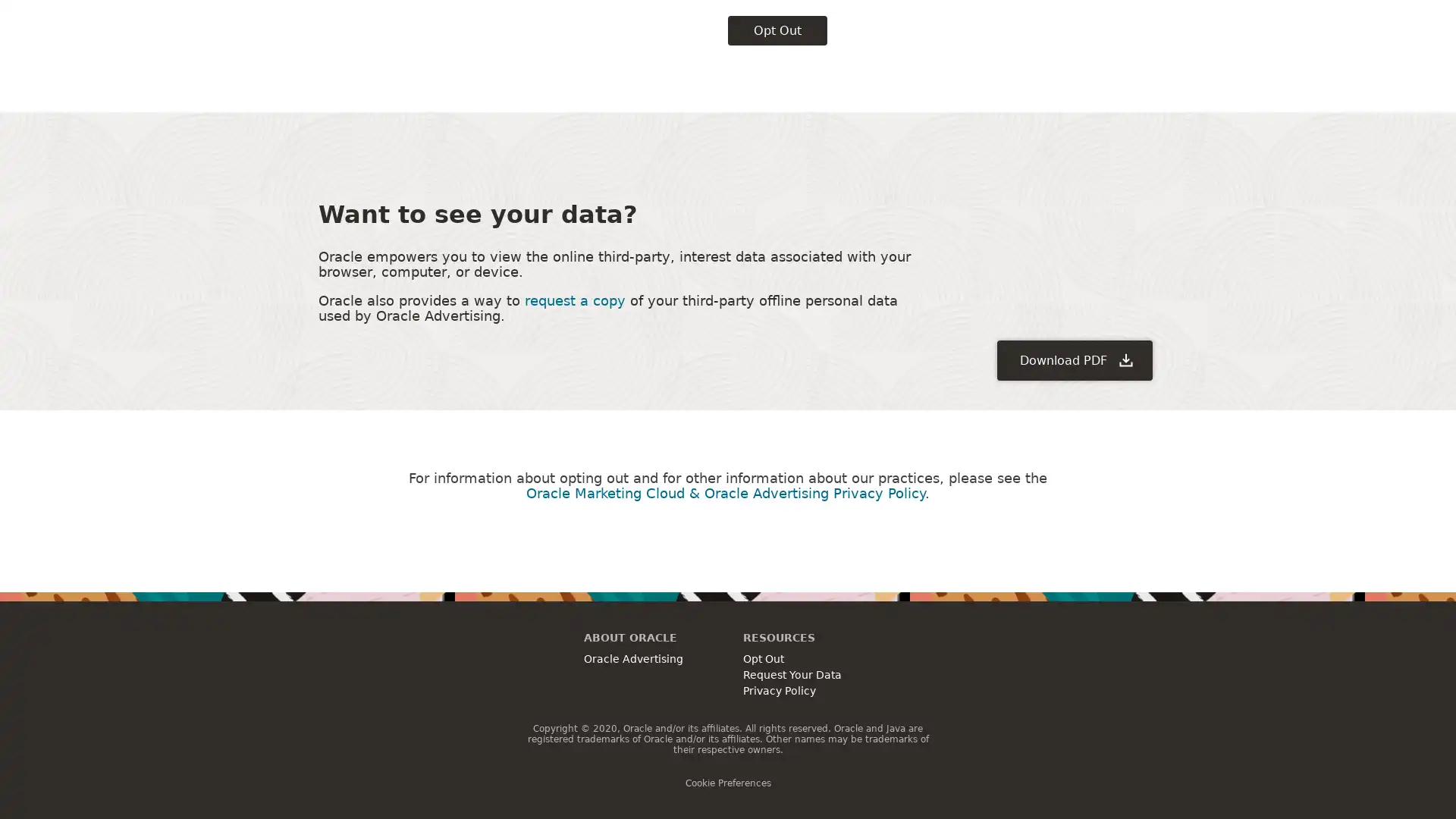 The width and height of the screenshot is (1456, 819). Describe the element at coordinates (1074, 257) in the screenshot. I see `Download PDF` at that location.